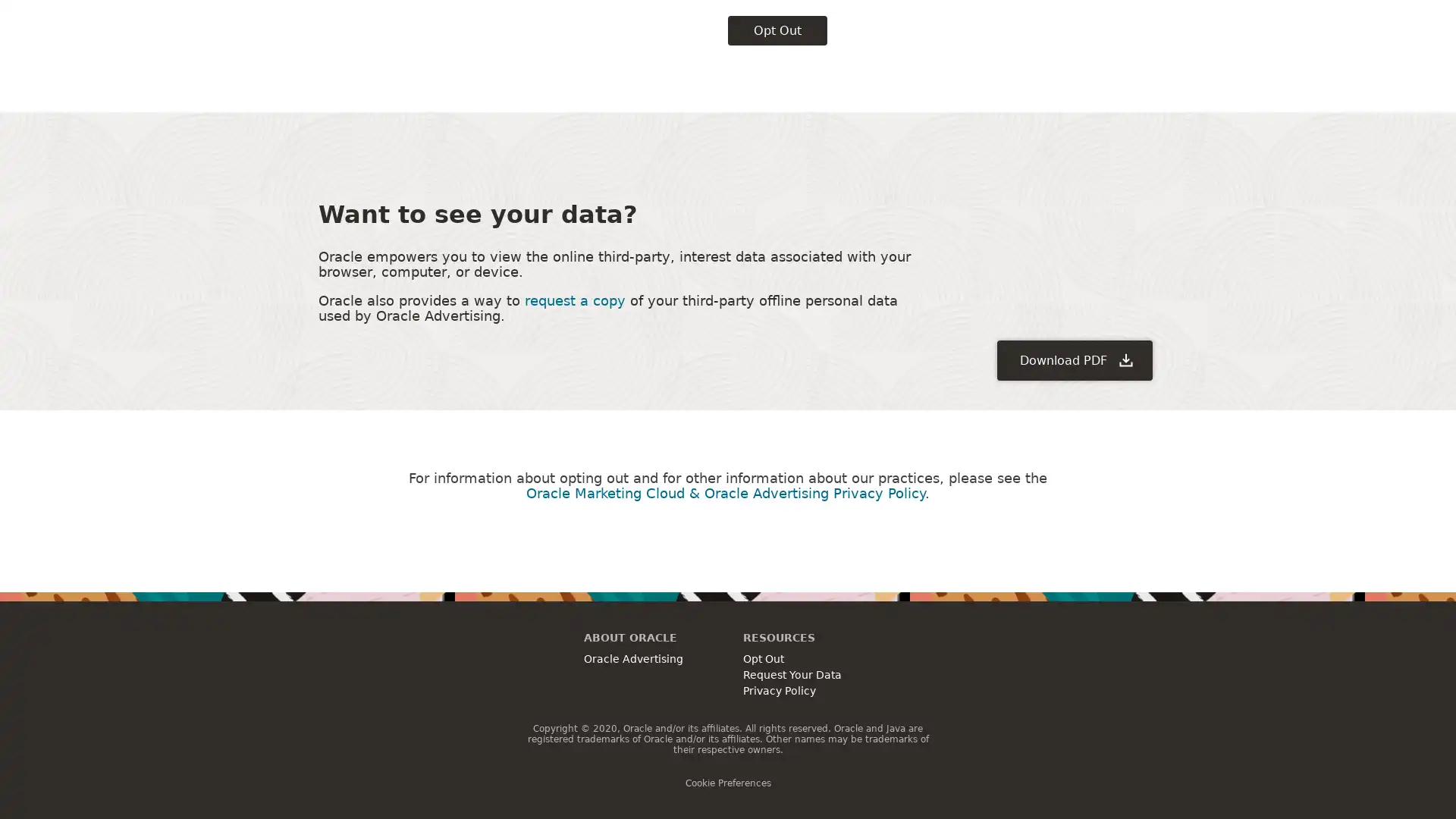 The width and height of the screenshot is (1456, 819). Describe the element at coordinates (1074, 257) in the screenshot. I see `Download PDF` at that location.